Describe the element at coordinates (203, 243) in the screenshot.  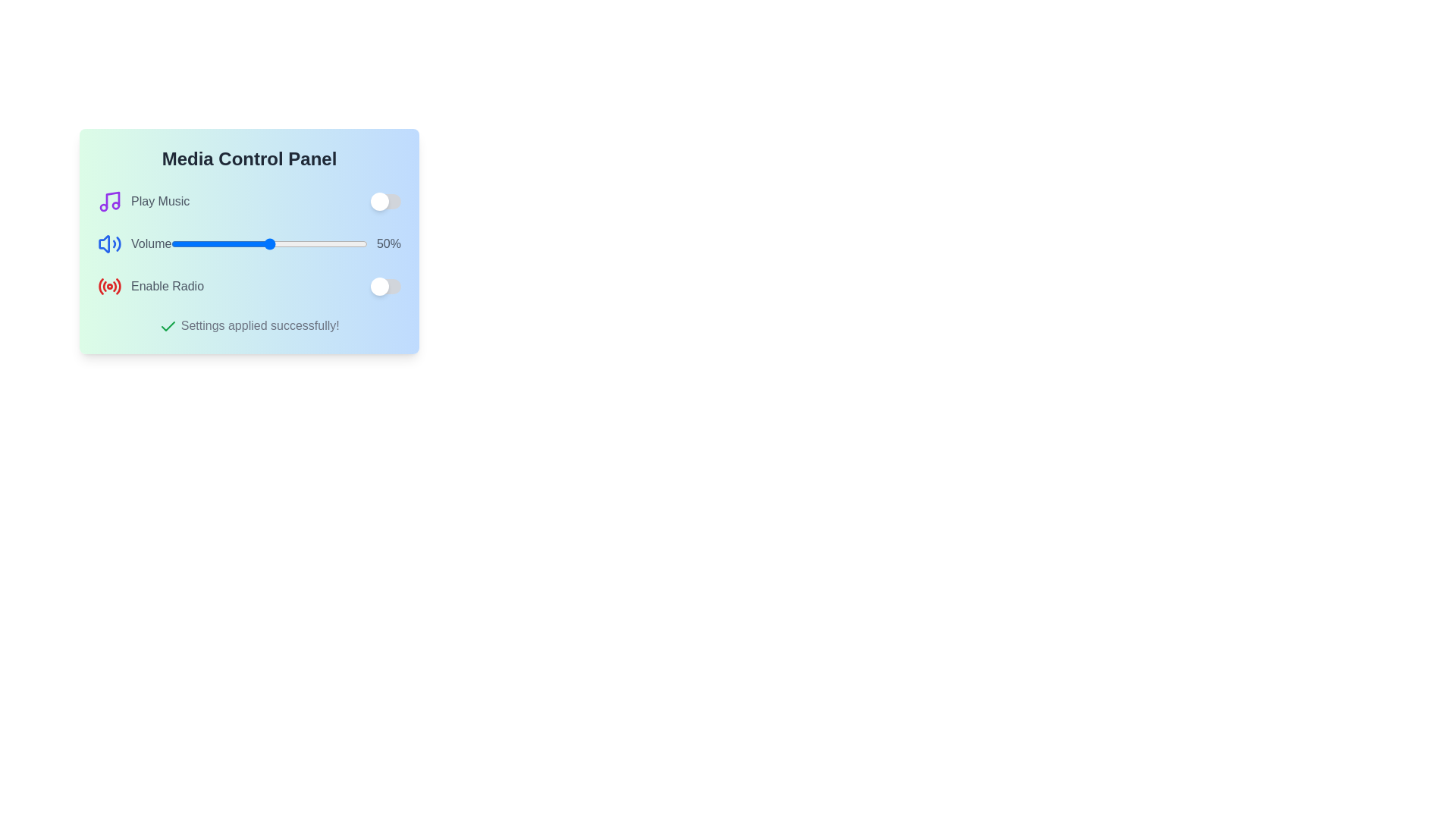
I see `the slider` at that location.